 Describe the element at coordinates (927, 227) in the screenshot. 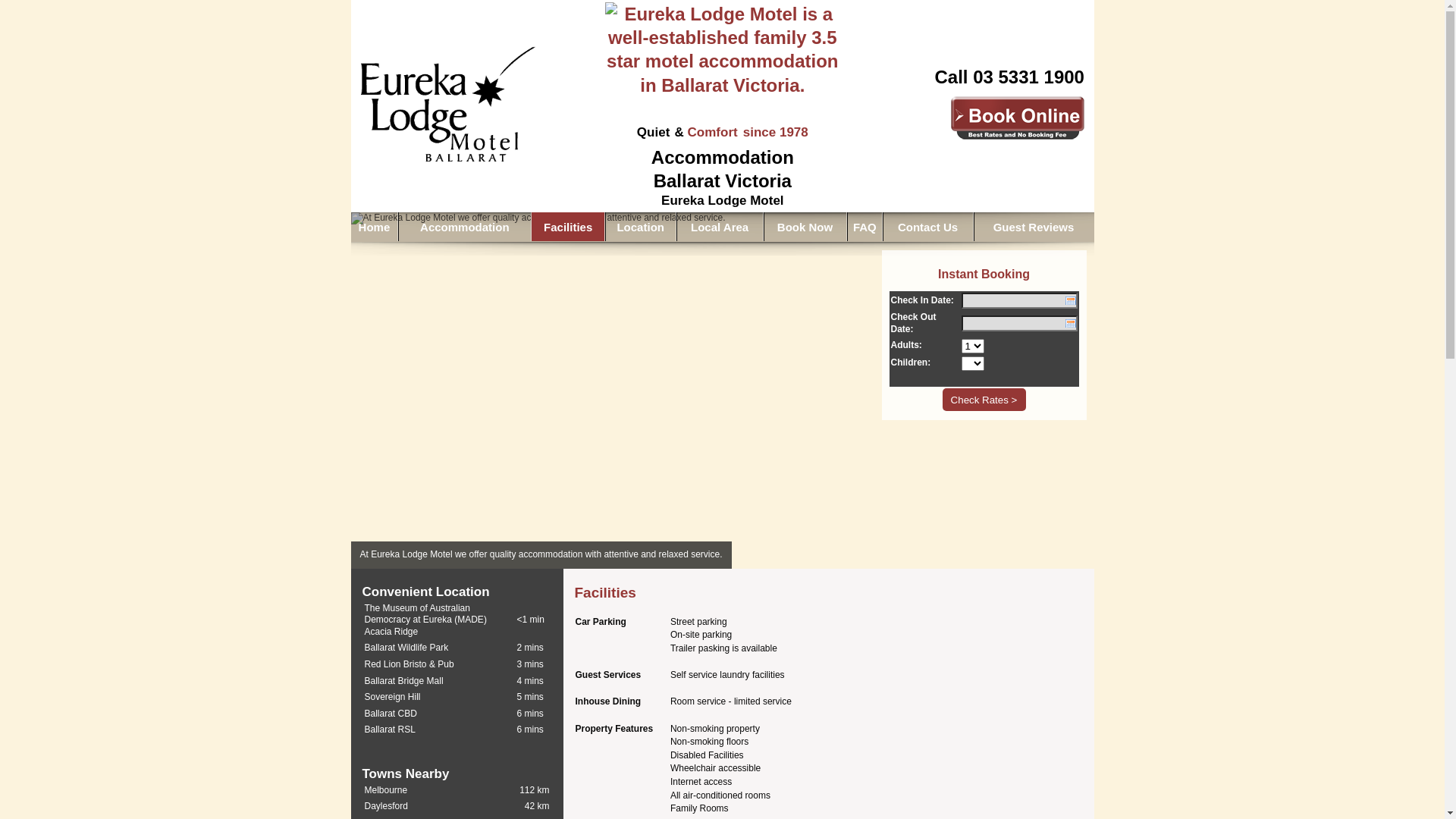

I see `'Contact Us'` at that location.